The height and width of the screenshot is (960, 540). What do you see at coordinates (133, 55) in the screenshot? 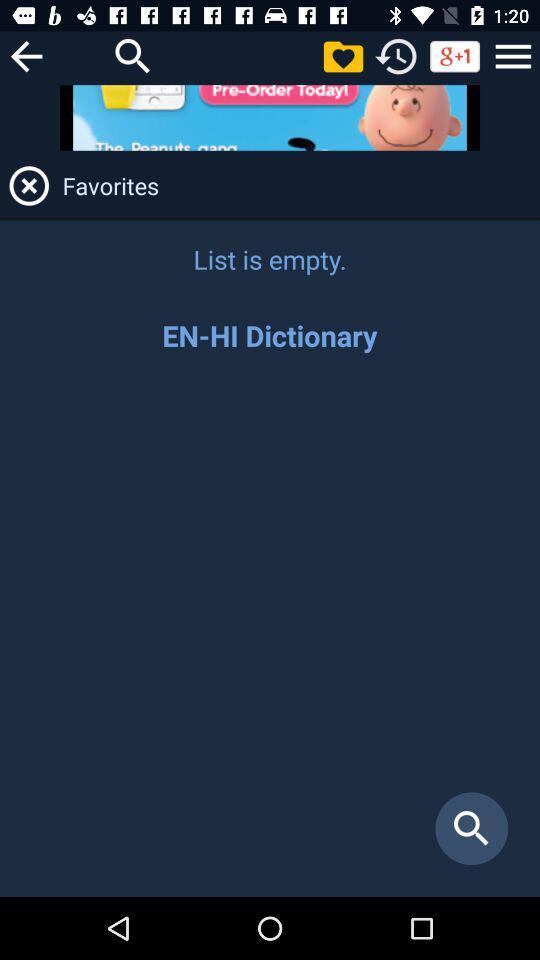
I see `open search bar` at bounding box center [133, 55].